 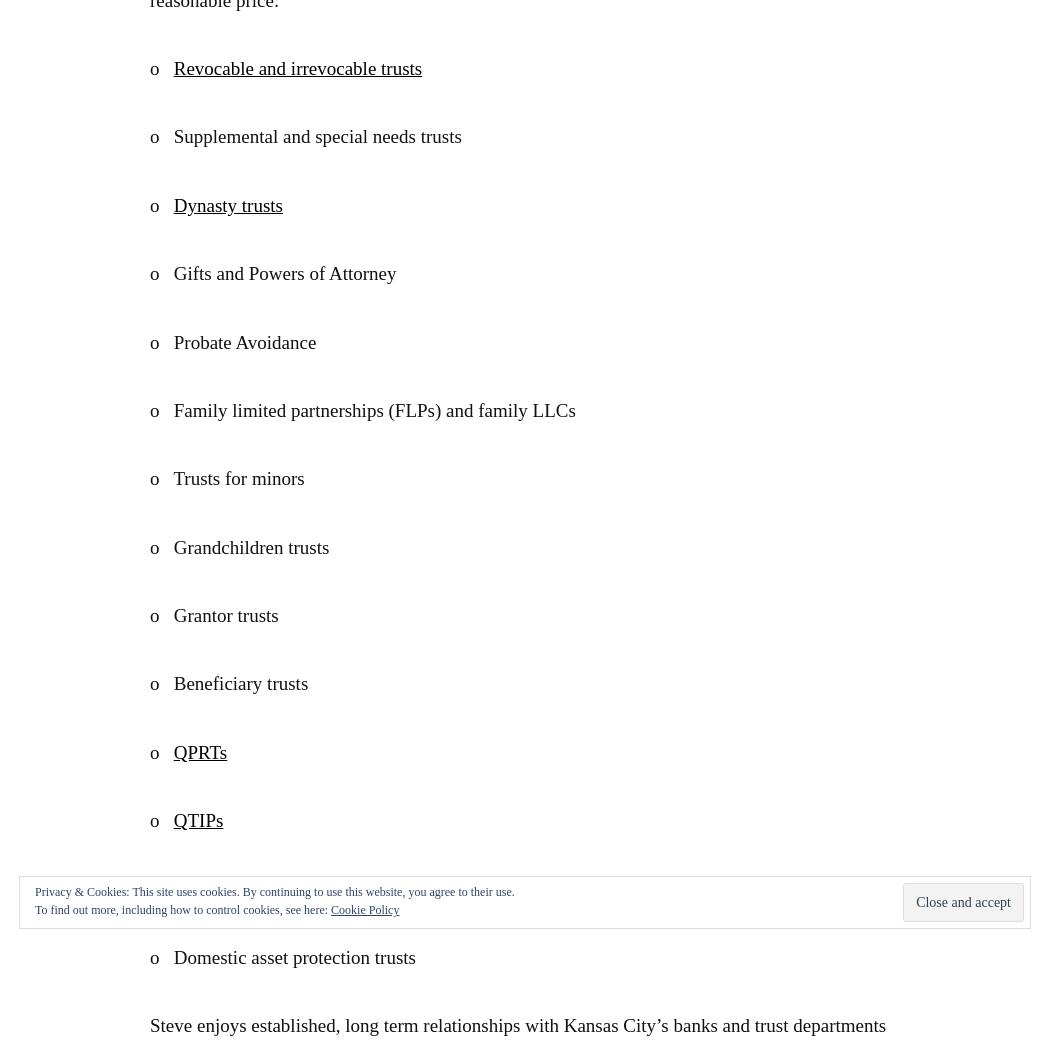 I want to click on 'Cookie Policy', so click(x=363, y=909).